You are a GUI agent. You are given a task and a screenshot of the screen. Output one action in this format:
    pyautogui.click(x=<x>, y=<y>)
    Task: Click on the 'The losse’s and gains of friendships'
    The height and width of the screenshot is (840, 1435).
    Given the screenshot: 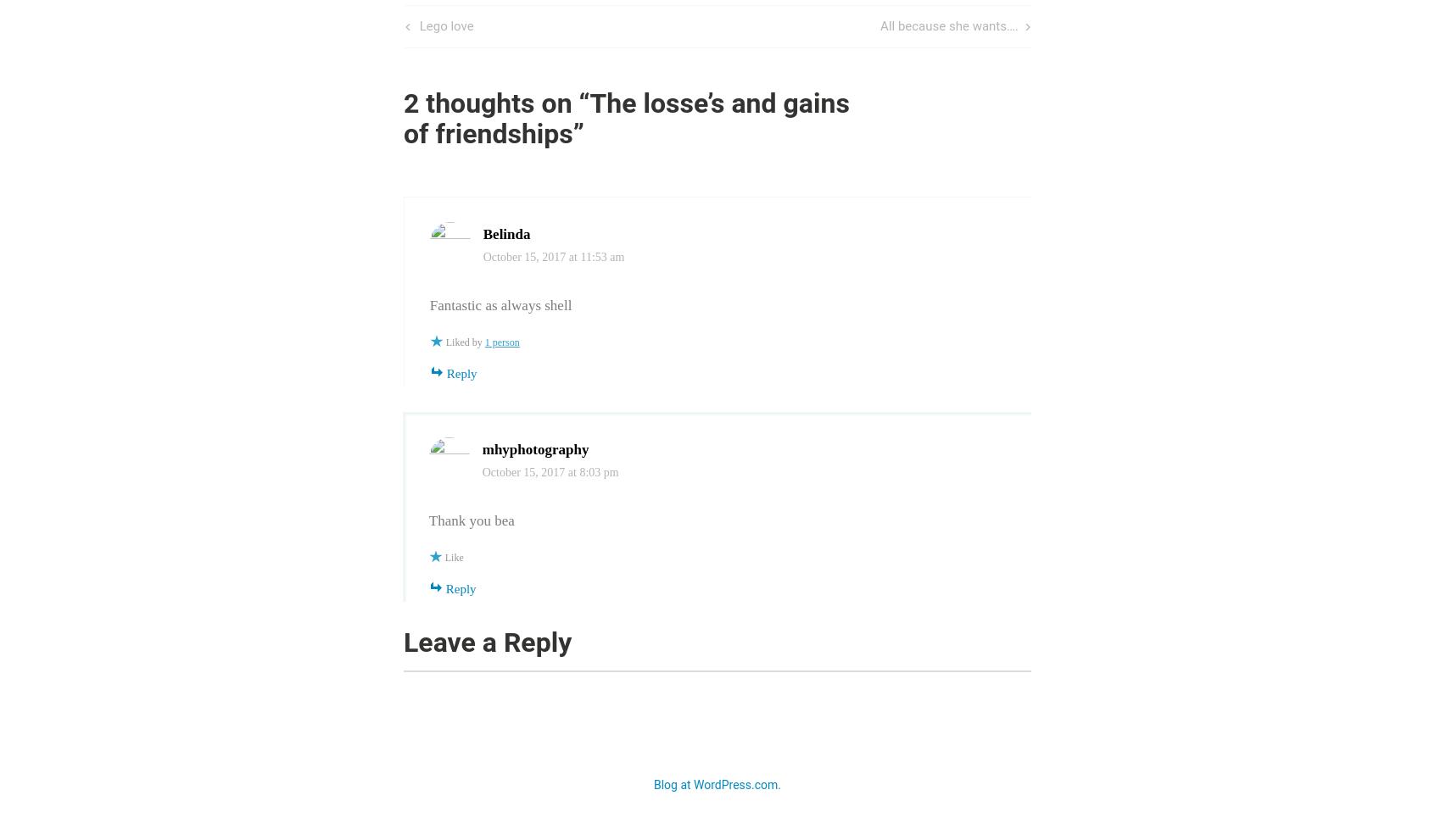 What is the action you would take?
    pyautogui.click(x=625, y=118)
    